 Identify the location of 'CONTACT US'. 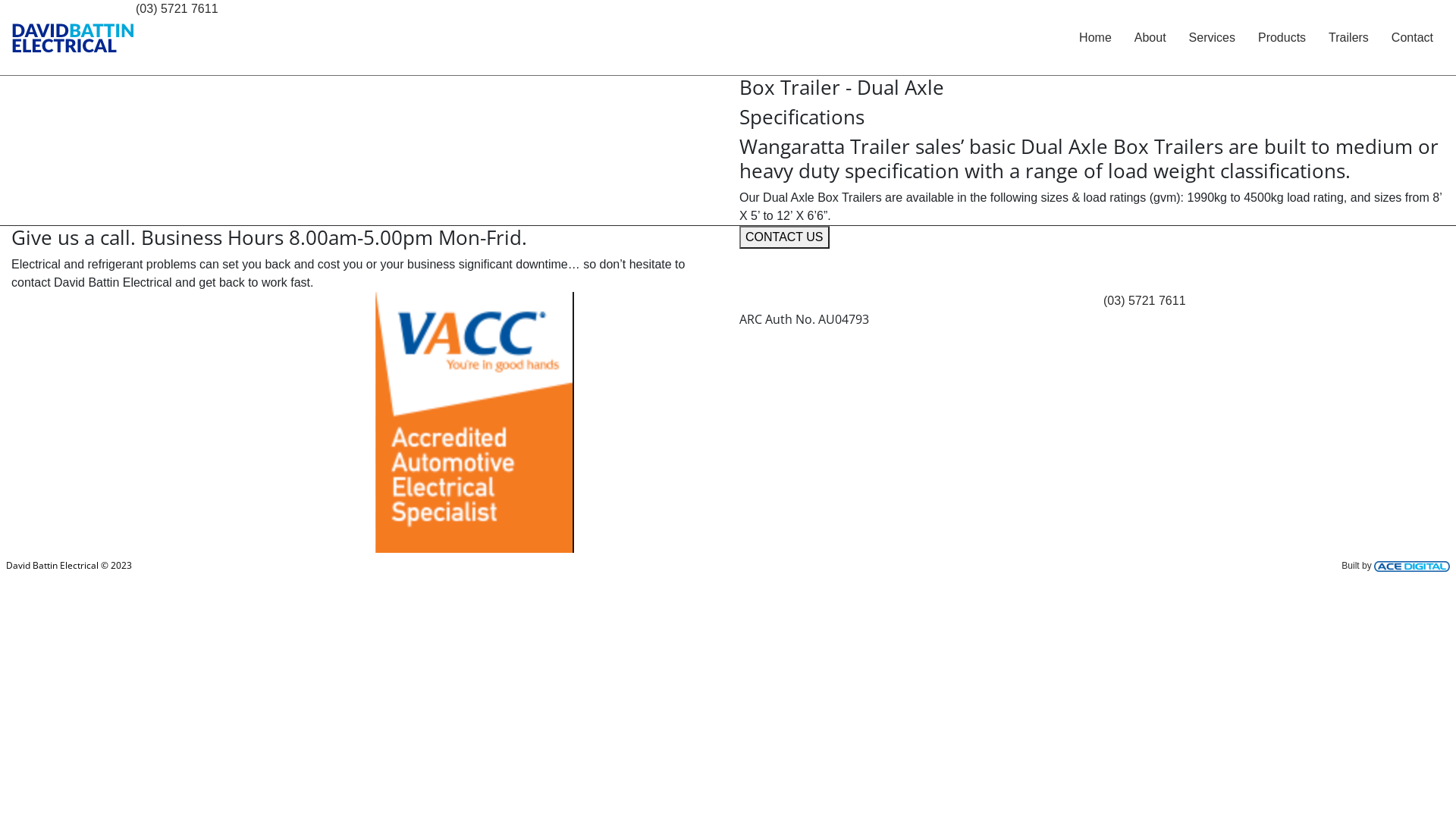
(739, 237).